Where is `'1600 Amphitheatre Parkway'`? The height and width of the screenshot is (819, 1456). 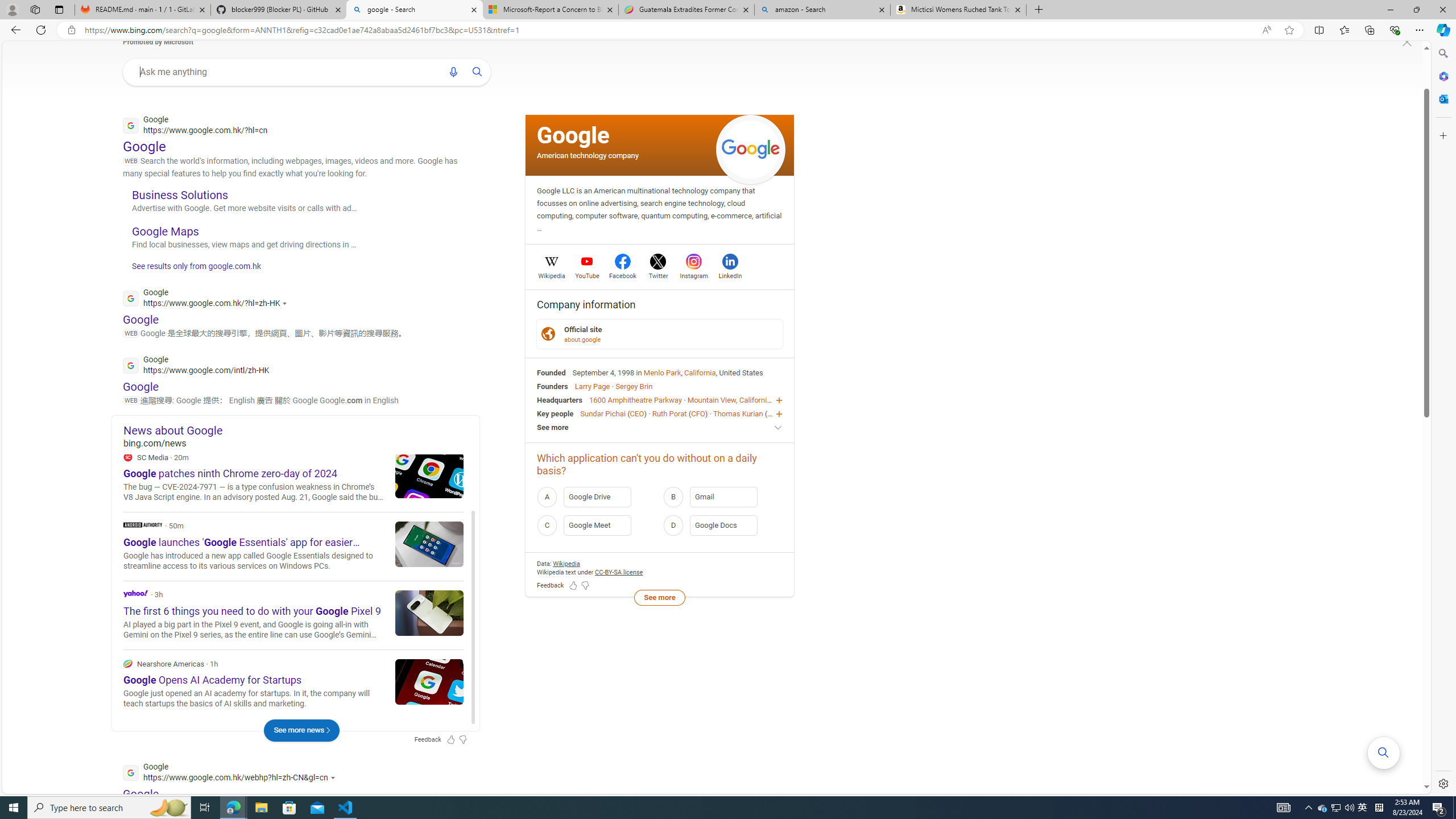 '1600 Amphitheatre Parkway' is located at coordinates (635, 399).